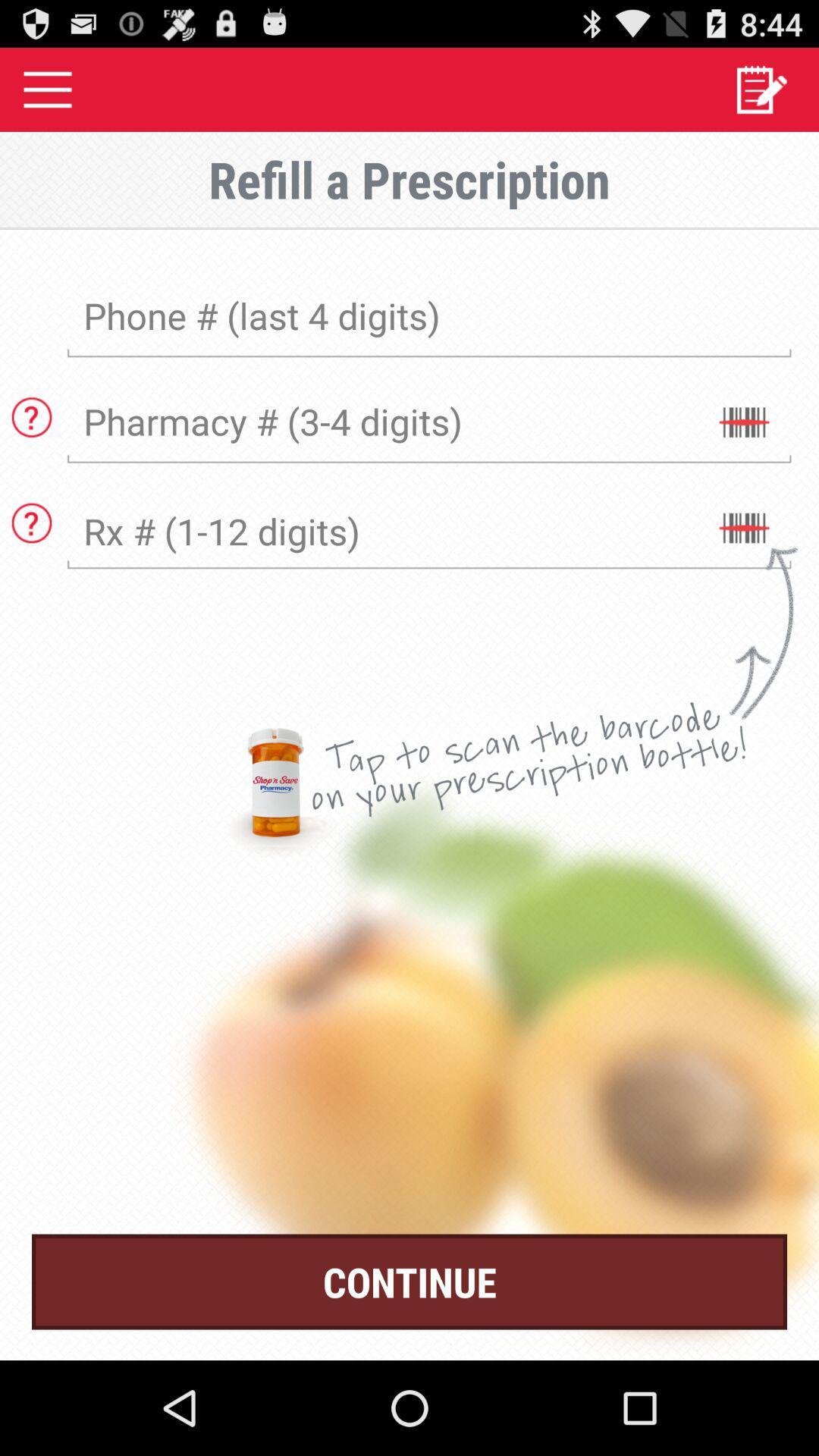 This screenshot has height=1456, width=819. What do you see at coordinates (742, 450) in the screenshot?
I see `the sliders icon` at bounding box center [742, 450].